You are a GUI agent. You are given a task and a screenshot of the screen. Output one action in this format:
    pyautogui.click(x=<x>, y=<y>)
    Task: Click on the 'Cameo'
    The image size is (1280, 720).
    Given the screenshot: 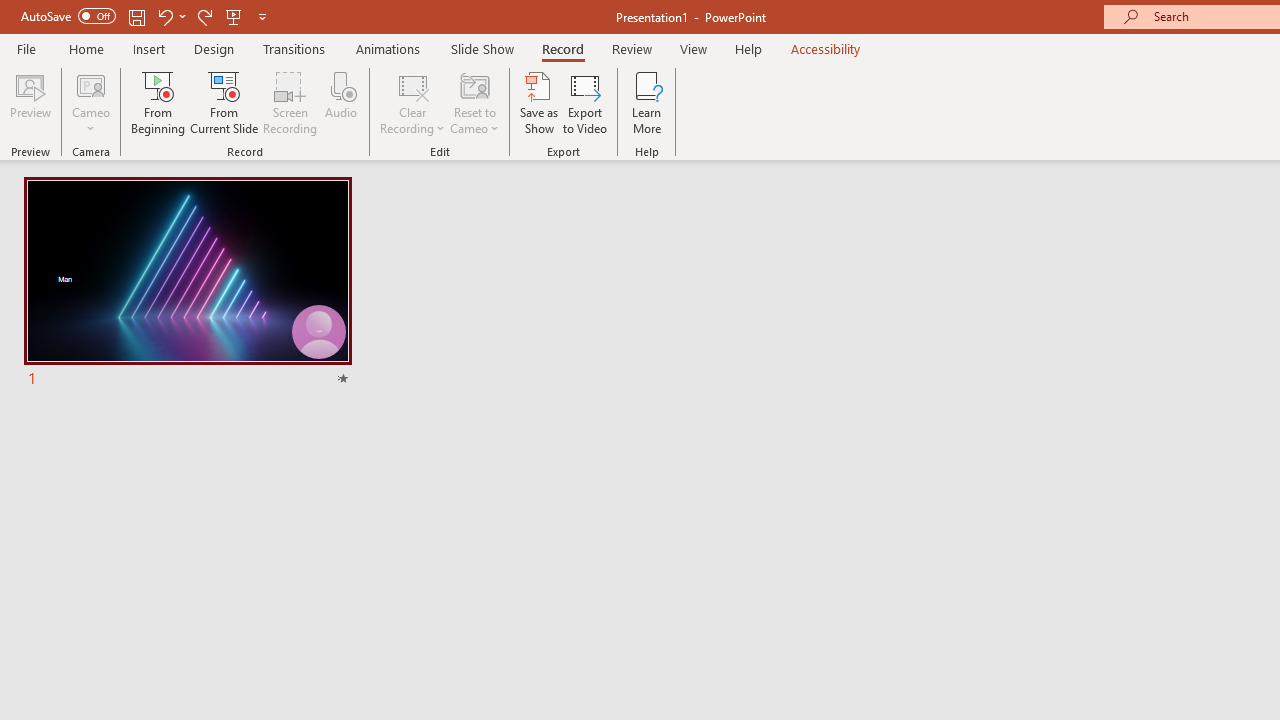 What is the action you would take?
    pyautogui.click(x=90, y=103)
    